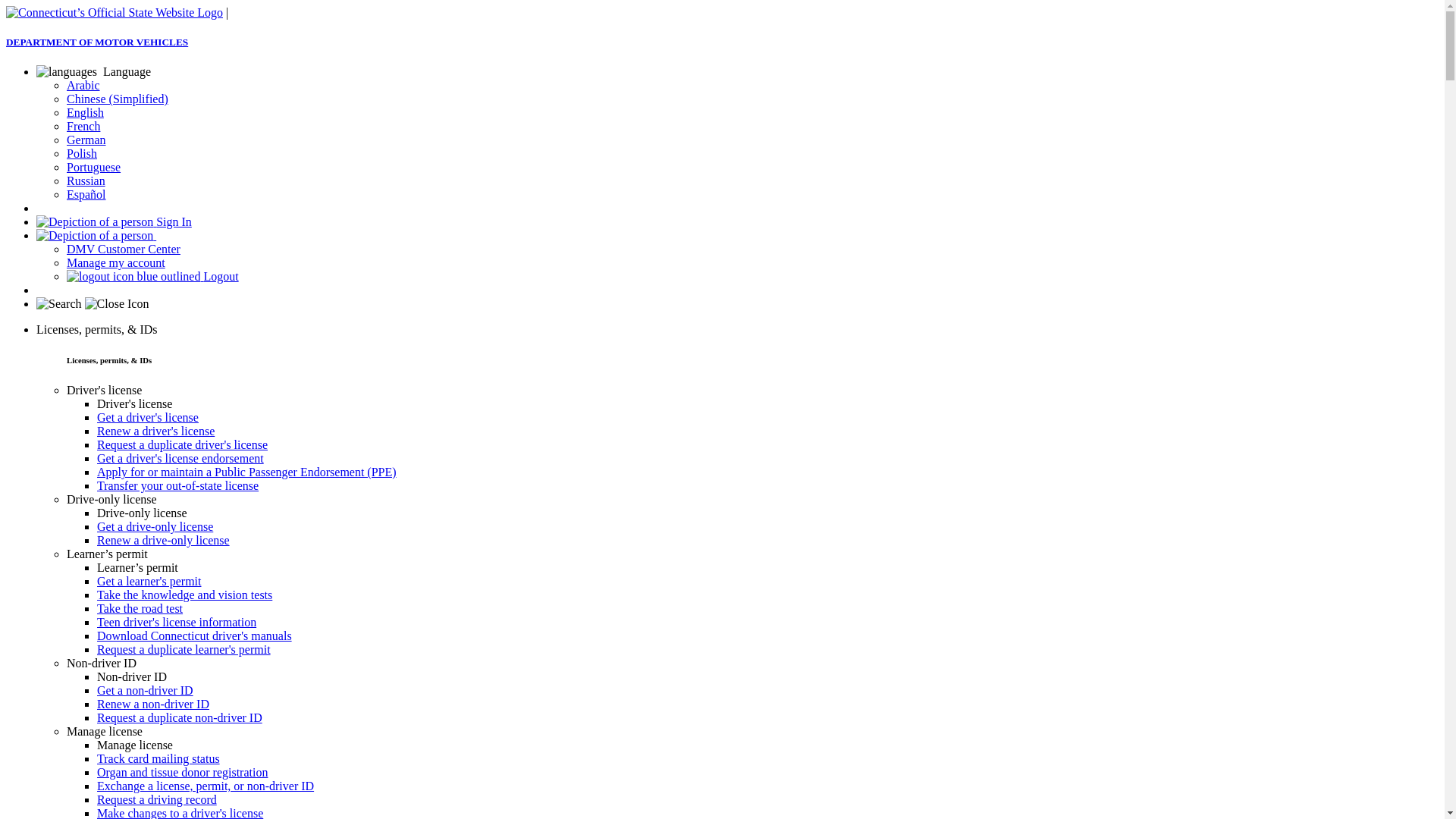  What do you see at coordinates (184, 594) in the screenshot?
I see `'Take the knowledge and vision tests'` at bounding box center [184, 594].